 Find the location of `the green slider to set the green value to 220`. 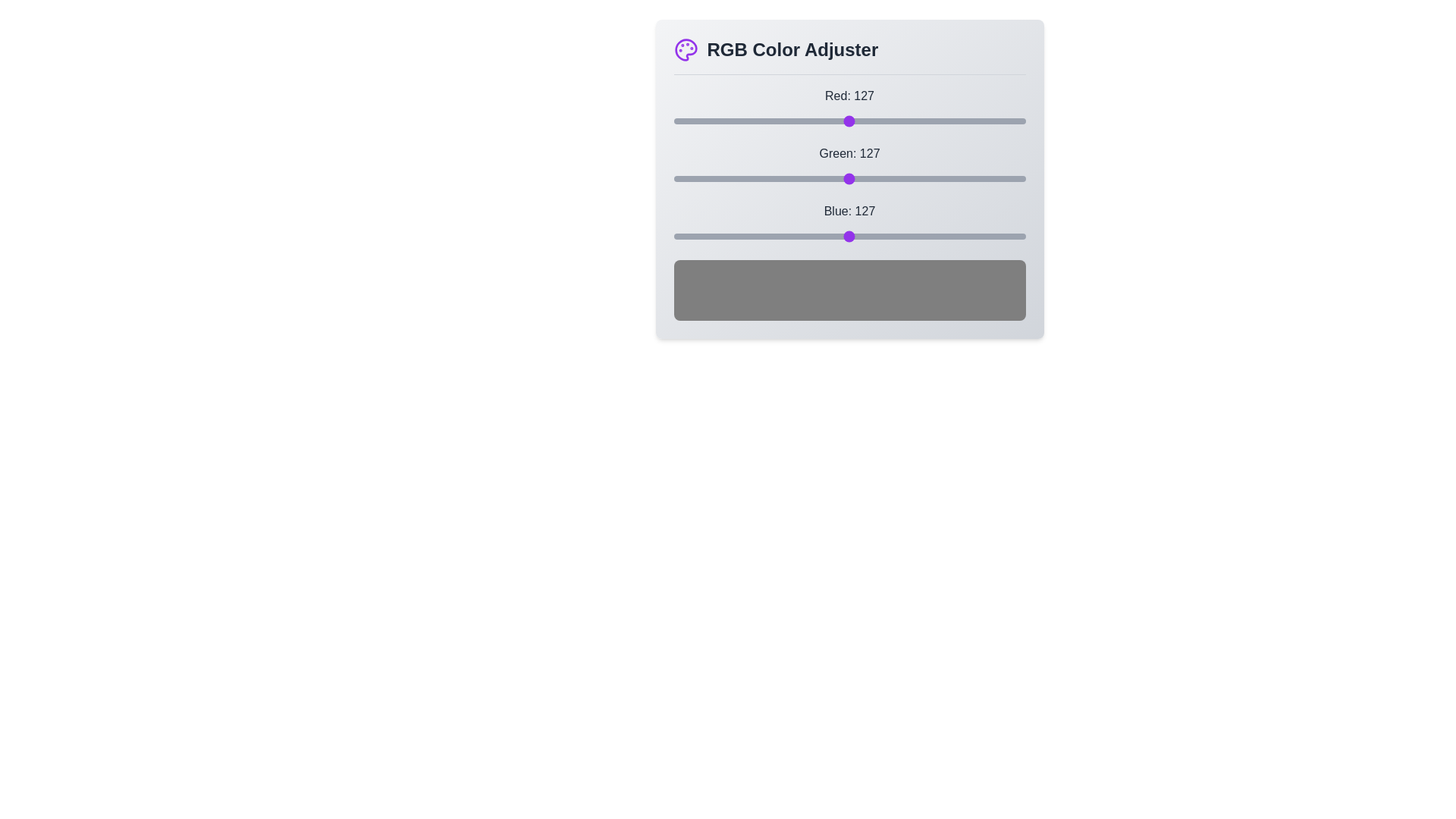

the green slider to set the green value to 220 is located at coordinates (977, 177).